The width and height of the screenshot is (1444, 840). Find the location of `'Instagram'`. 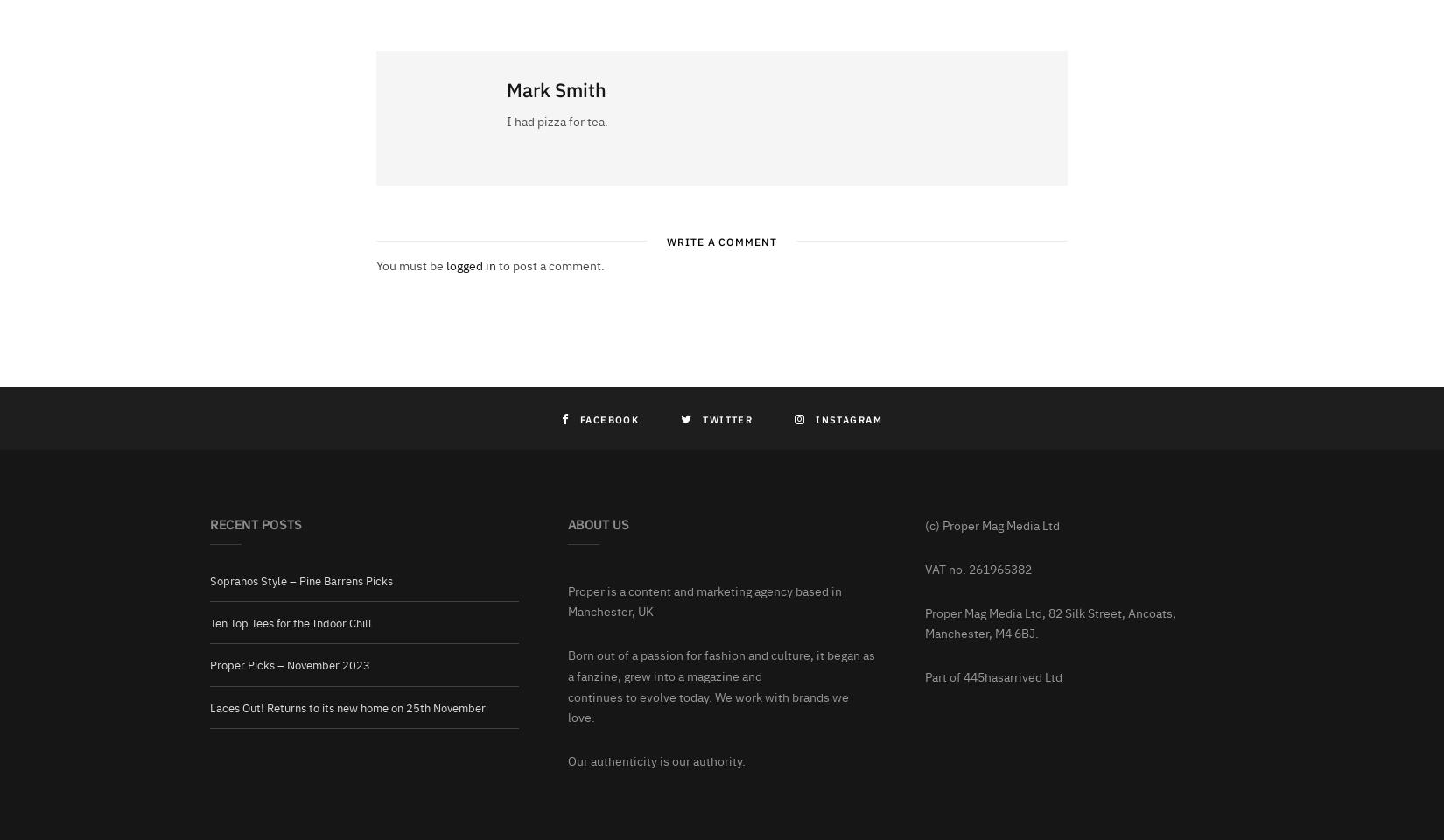

'Instagram' is located at coordinates (848, 417).